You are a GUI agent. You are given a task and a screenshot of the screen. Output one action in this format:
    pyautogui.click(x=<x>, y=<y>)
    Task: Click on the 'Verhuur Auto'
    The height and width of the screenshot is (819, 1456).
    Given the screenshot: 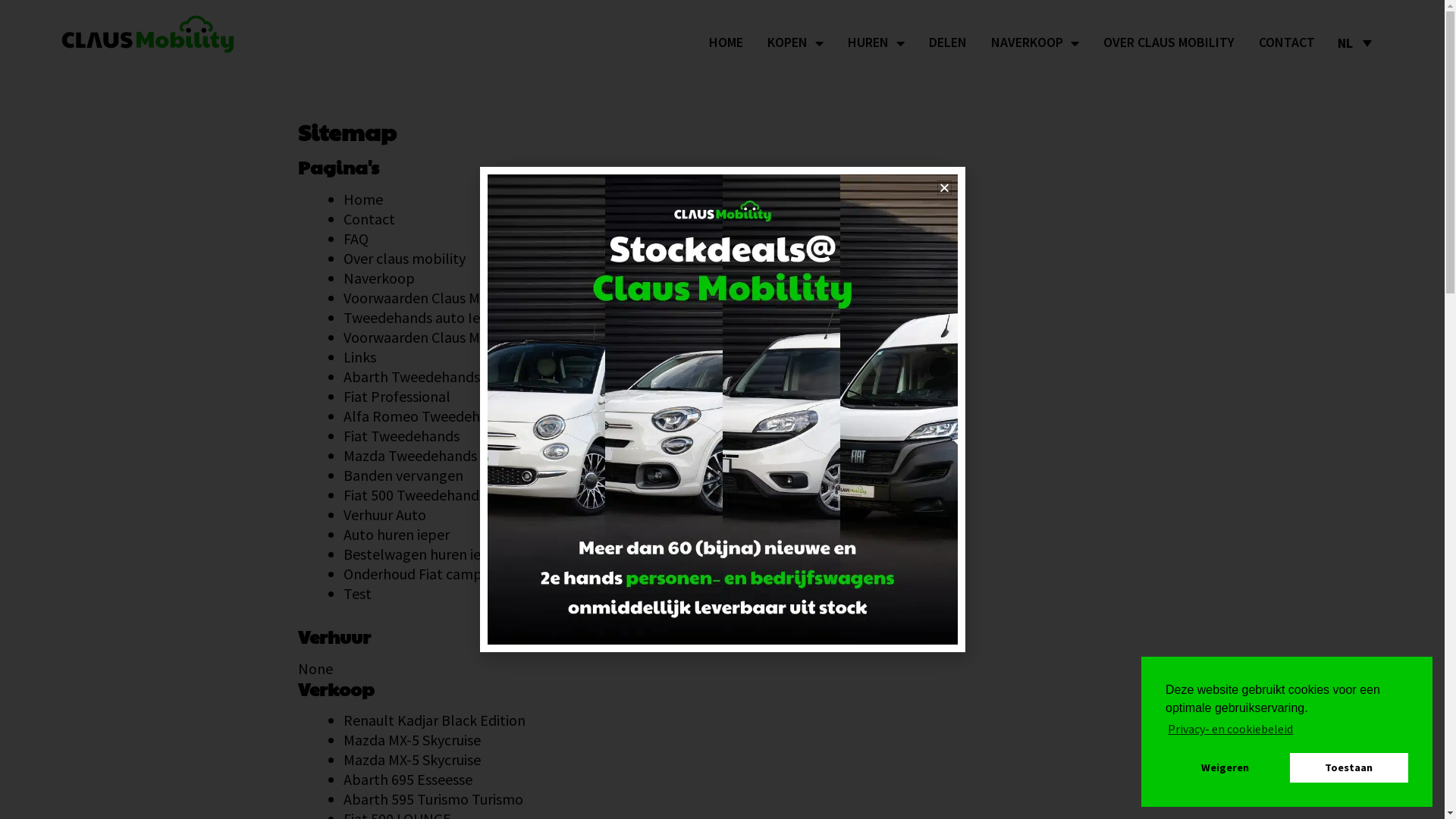 What is the action you would take?
    pyautogui.click(x=341, y=513)
    